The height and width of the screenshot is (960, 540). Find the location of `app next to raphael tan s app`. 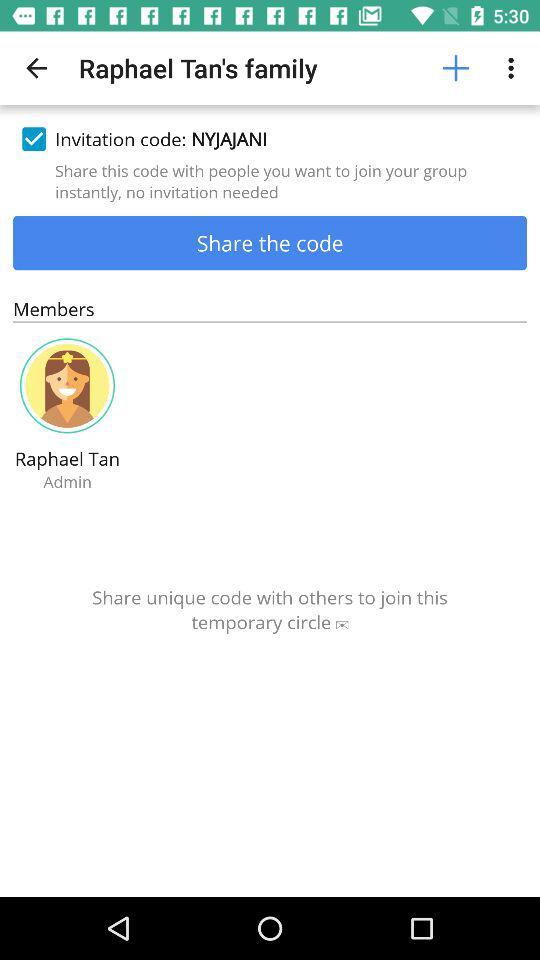

app next to raphael tan s app is located at coordinates (36, 68).